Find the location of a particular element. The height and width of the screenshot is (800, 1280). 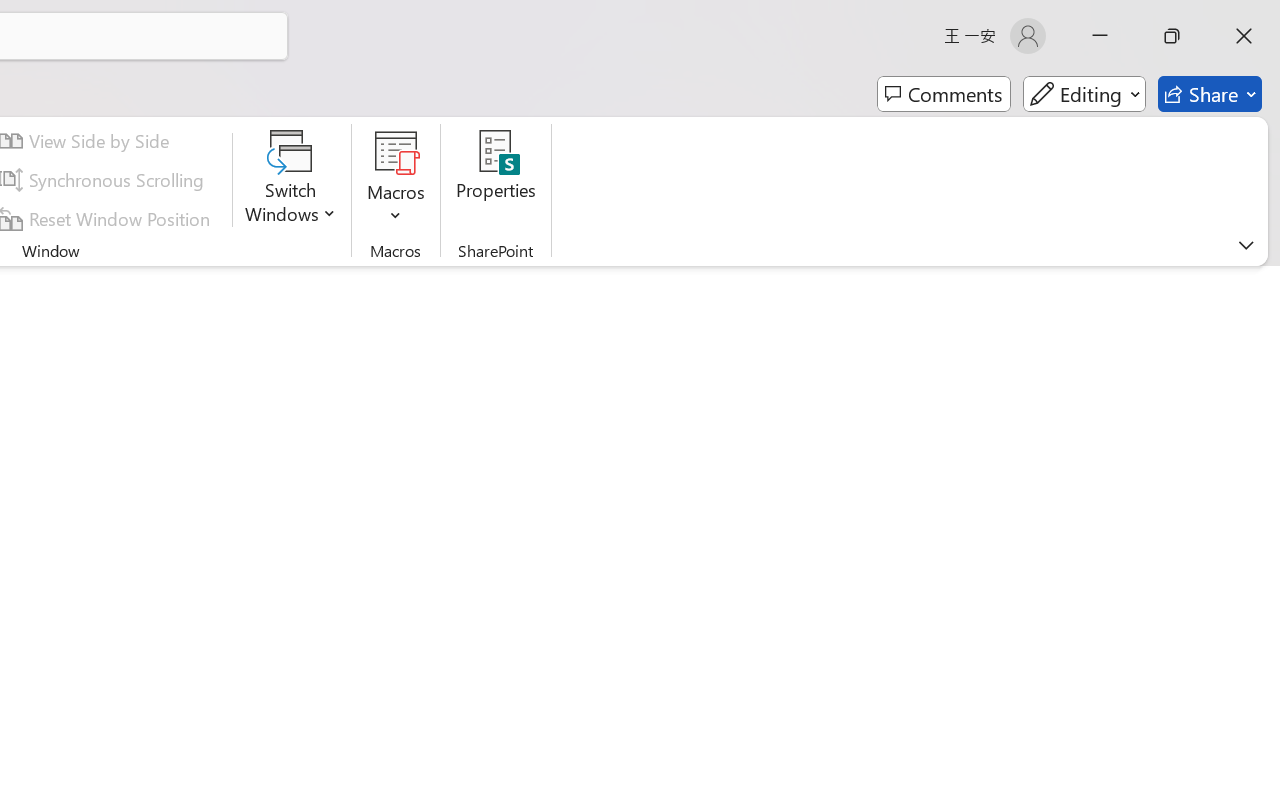

'Ribbon Display Options' is located at coordinates (1245, 244).